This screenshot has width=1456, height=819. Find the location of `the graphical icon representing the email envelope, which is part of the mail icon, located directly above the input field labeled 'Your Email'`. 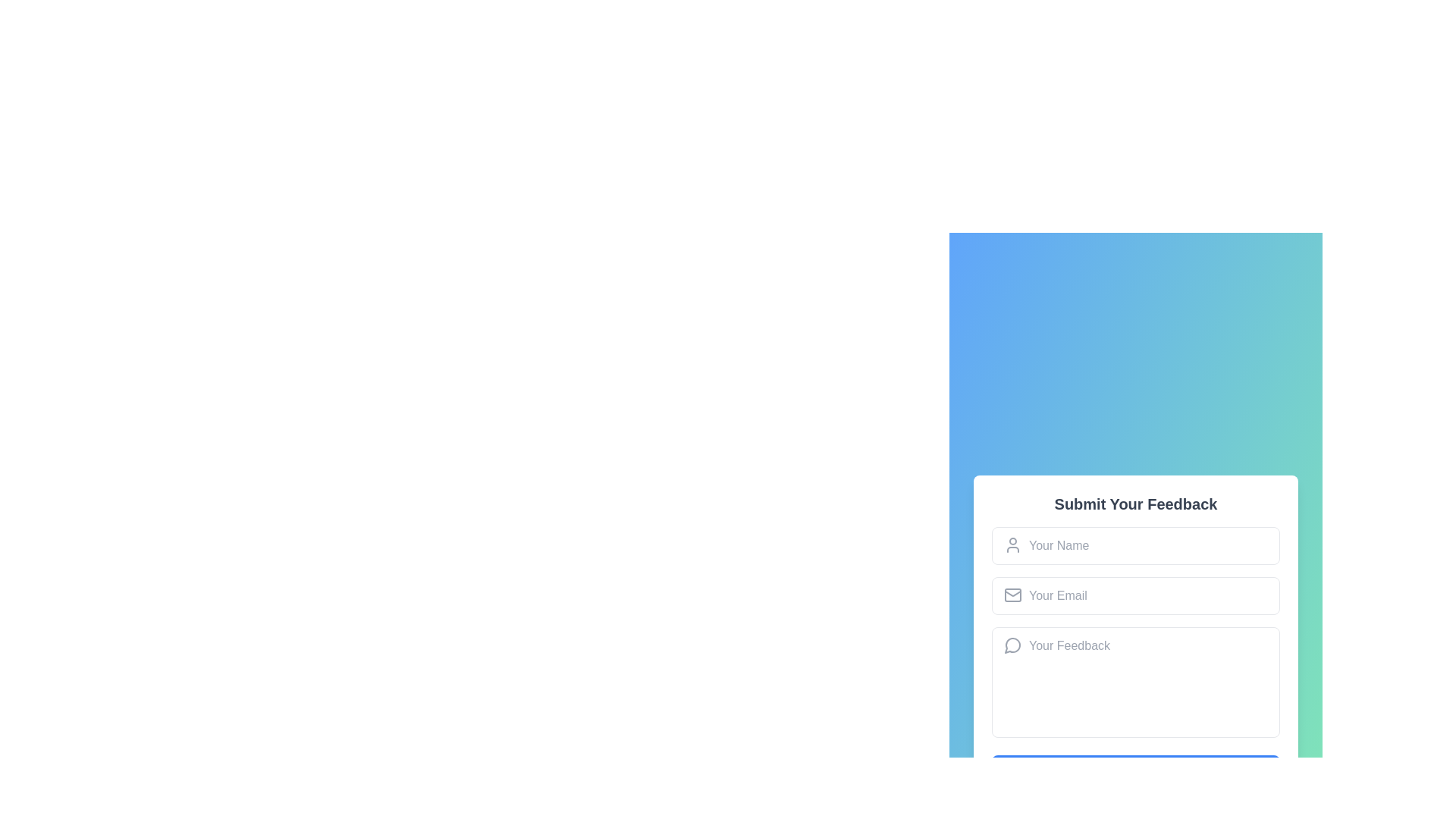

the graphical icon representing the email envelope, which is part of the mail icon, located directly above the input field labeled 'Your Email' is located at coordinates (1012, 594).